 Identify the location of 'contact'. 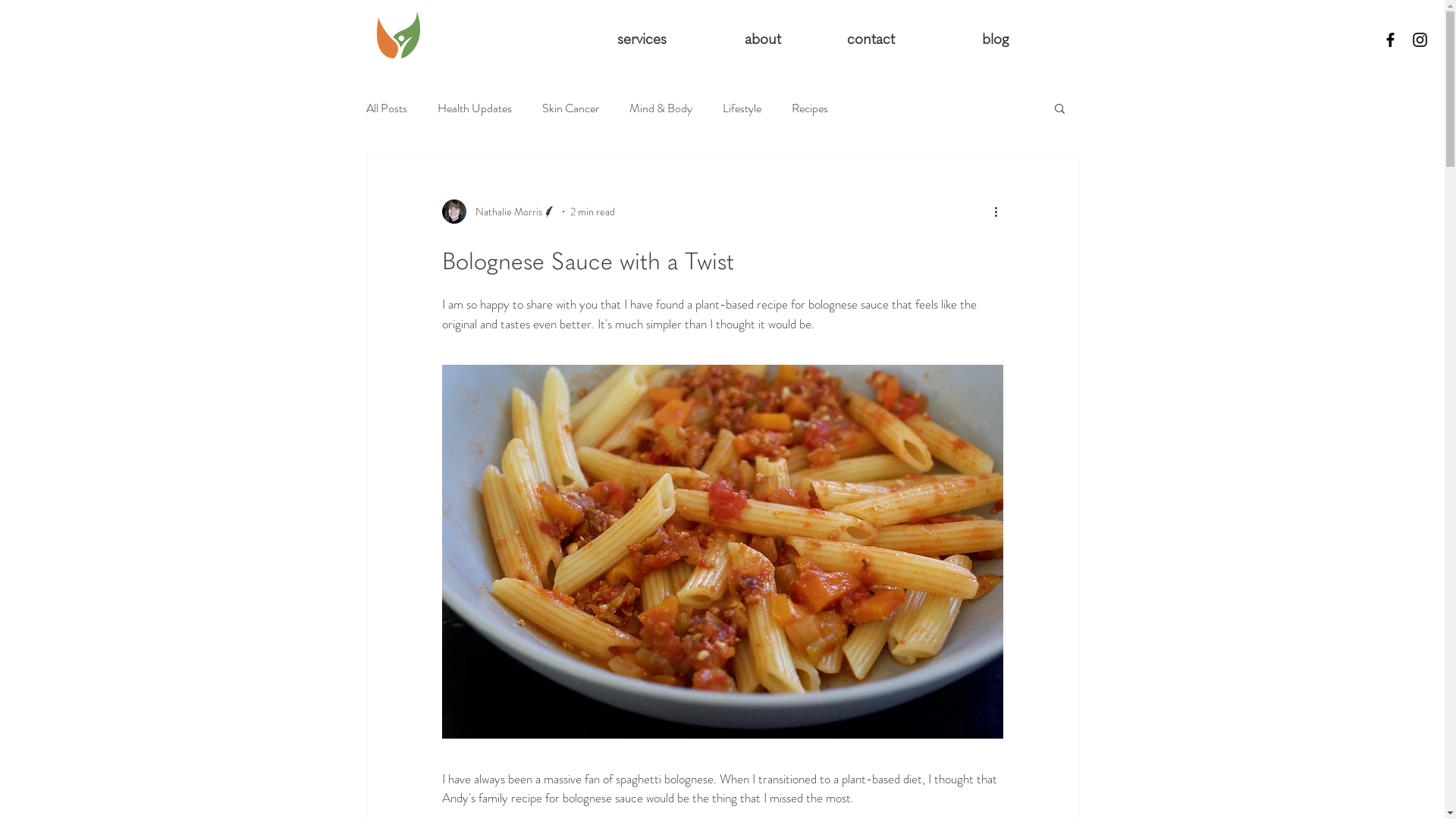
(790, 37).